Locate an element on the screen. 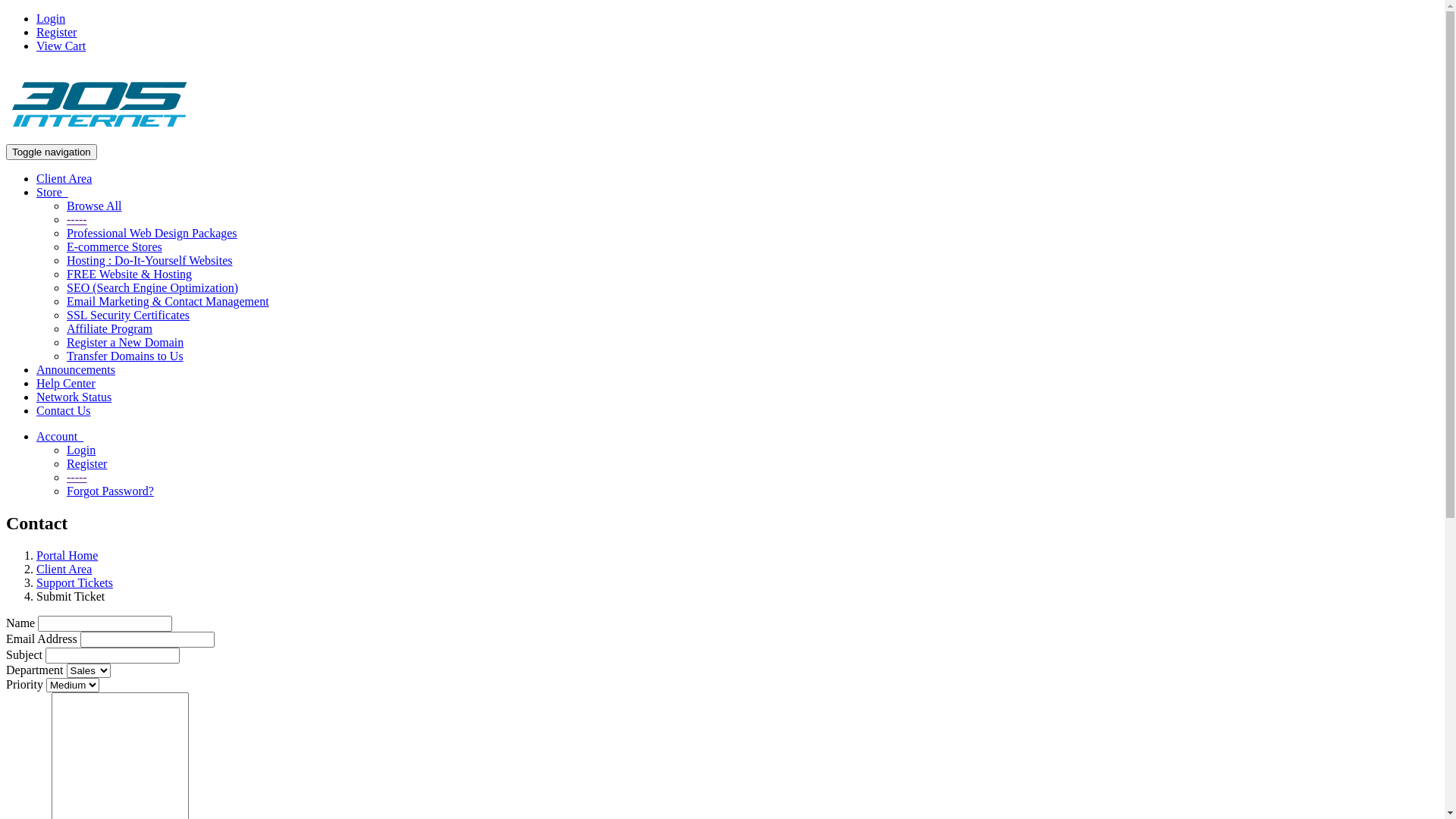 Image resolution: width=1456 pixels, height=819 pixels. 'Client Area' is located at coordinates (63, 177).